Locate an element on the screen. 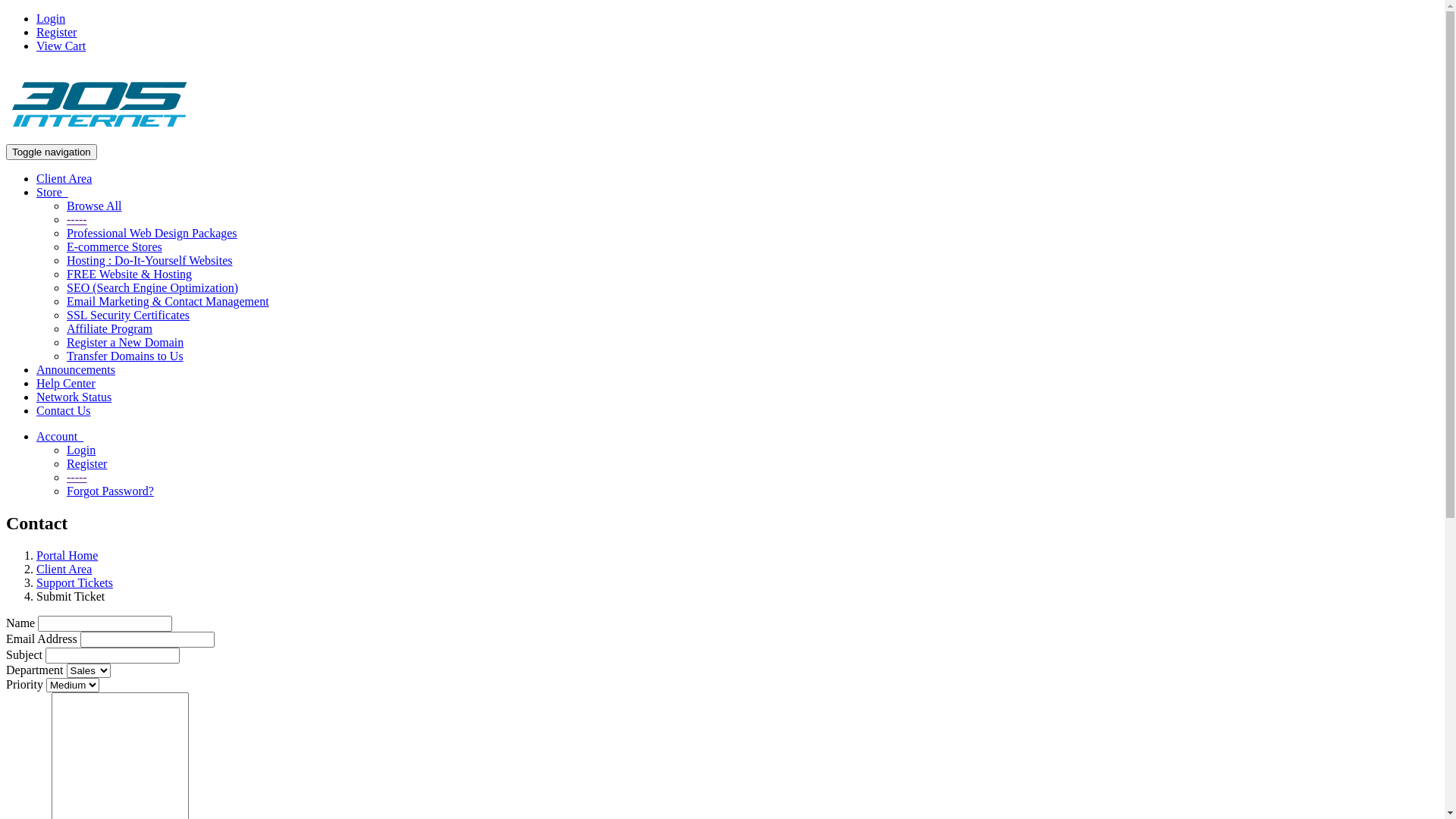 Image resolution: width=1456 pixels, height=819 pixels. 'Client Area' is located at coordinates (63, 177).